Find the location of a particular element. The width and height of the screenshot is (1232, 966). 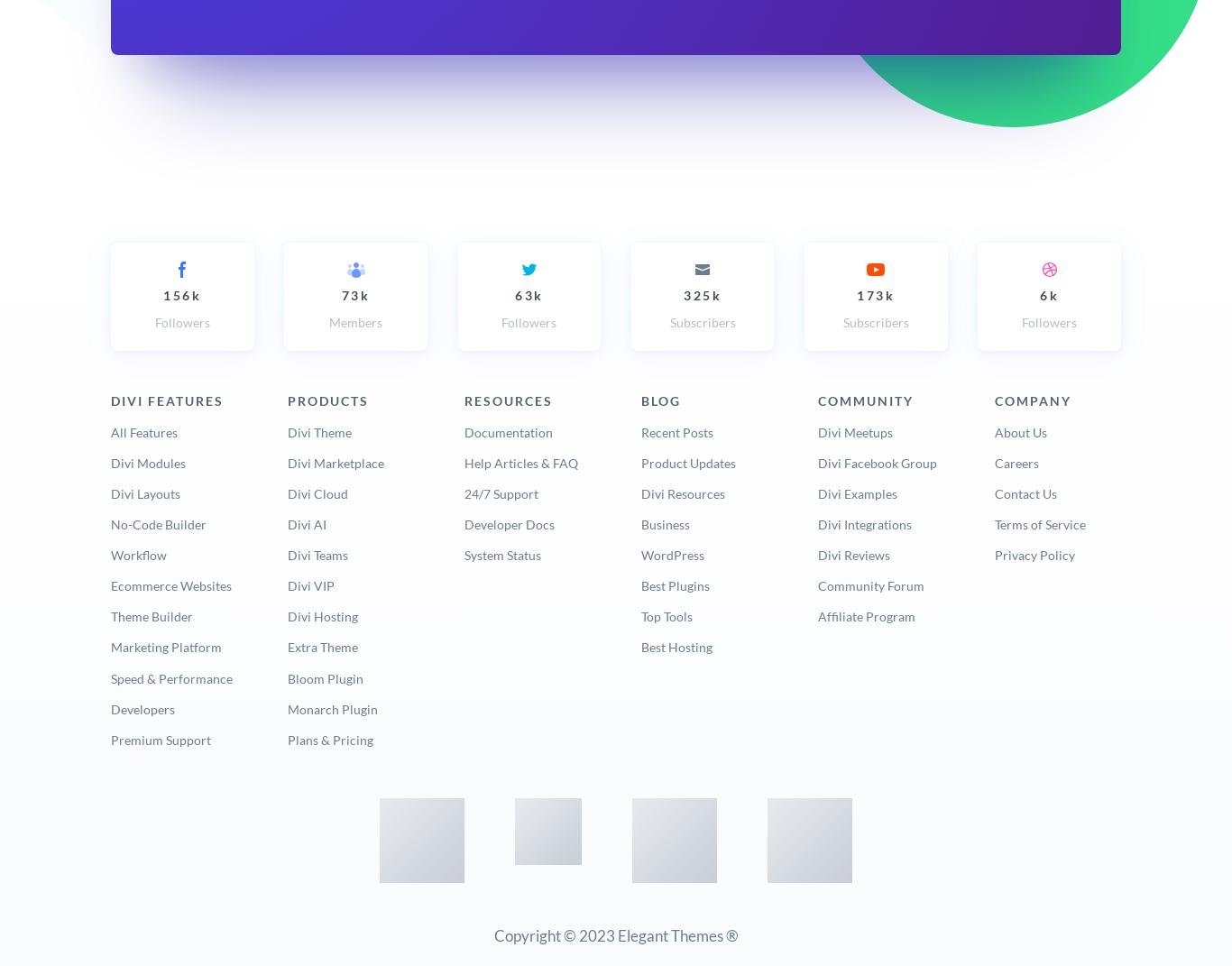

'Get Divi Today' is located at coordinates (423, 741).